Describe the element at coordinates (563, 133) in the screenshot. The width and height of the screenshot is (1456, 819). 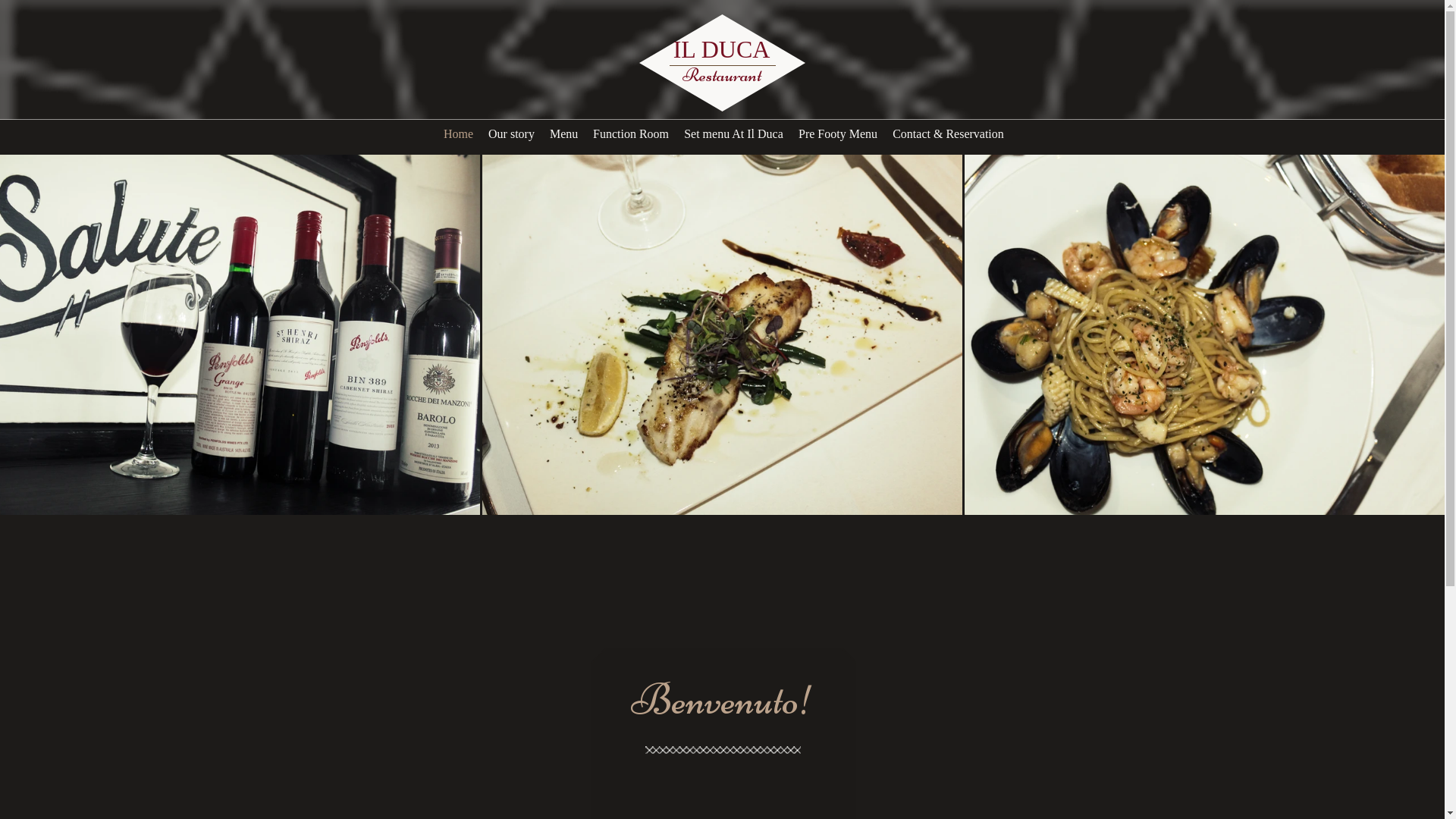
I see `'Menu'` at that location.